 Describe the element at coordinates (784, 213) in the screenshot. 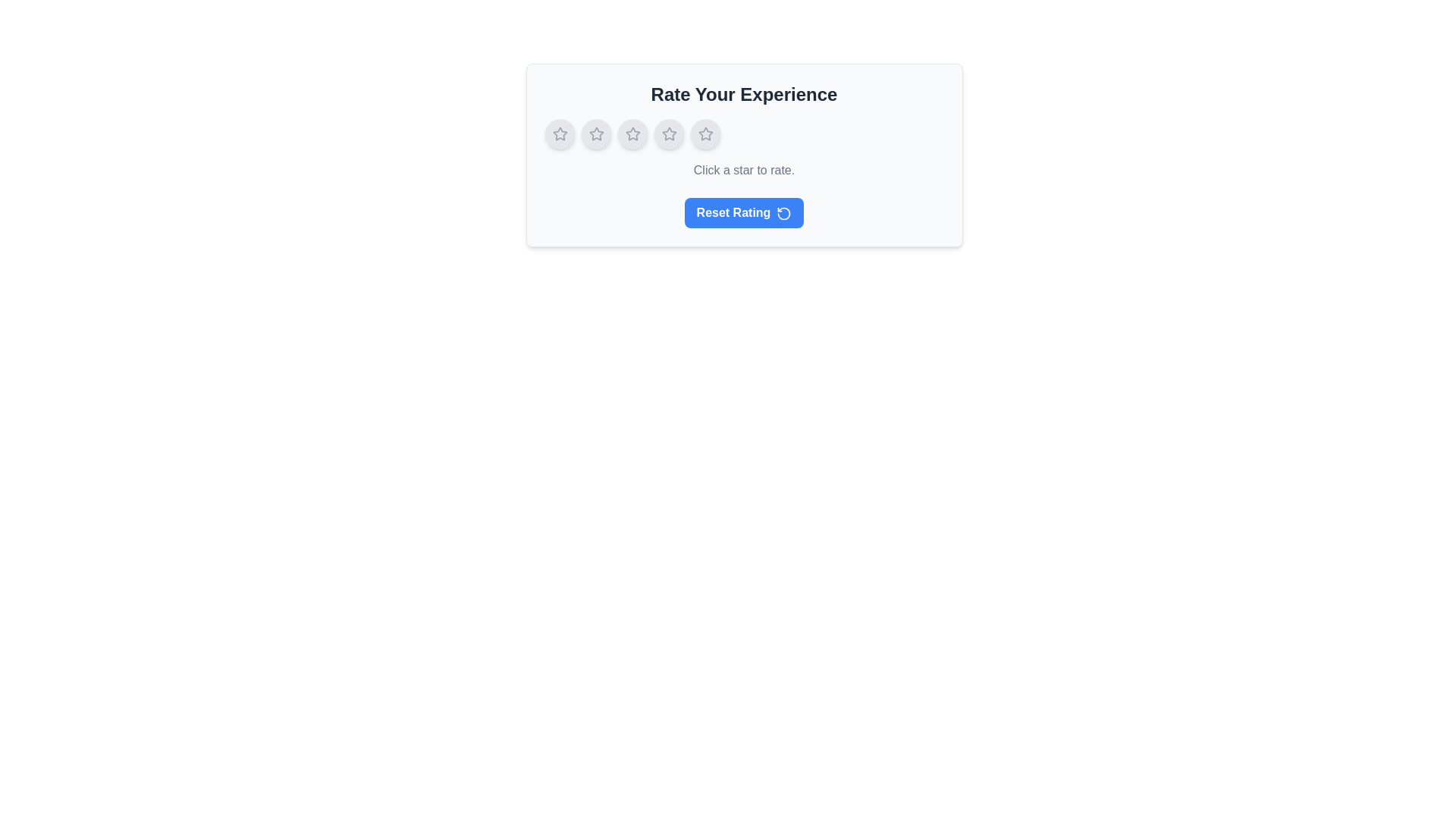

I see `the reset functionality icon located within the 'Reset Rating' button underneath the star rating component` at that location.